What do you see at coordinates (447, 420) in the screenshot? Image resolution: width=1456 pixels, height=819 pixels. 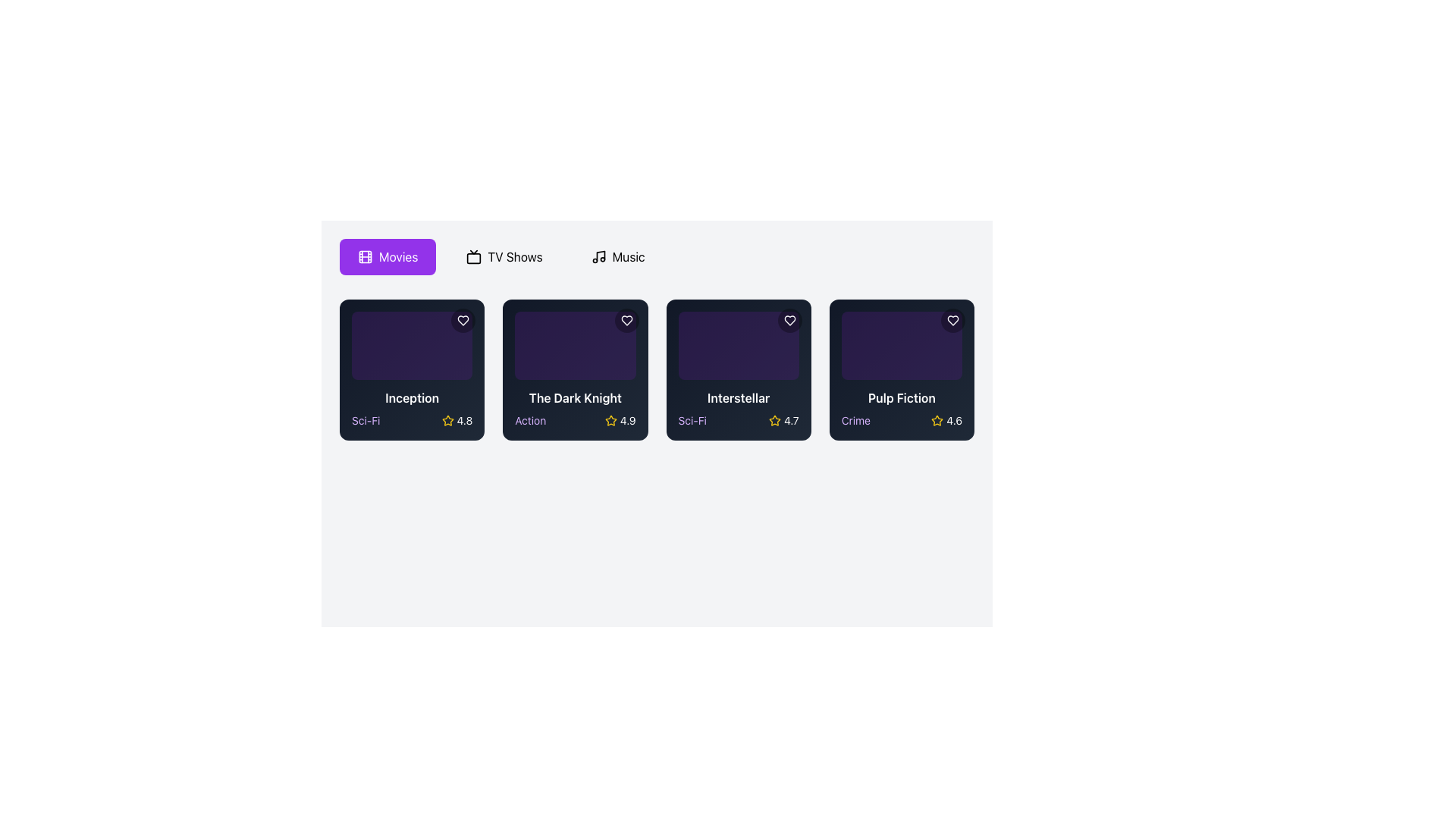 I see `yellow hollow star icon representing a rating, which is adjacent to the text '4.8'` at bounding box center [447, 420].